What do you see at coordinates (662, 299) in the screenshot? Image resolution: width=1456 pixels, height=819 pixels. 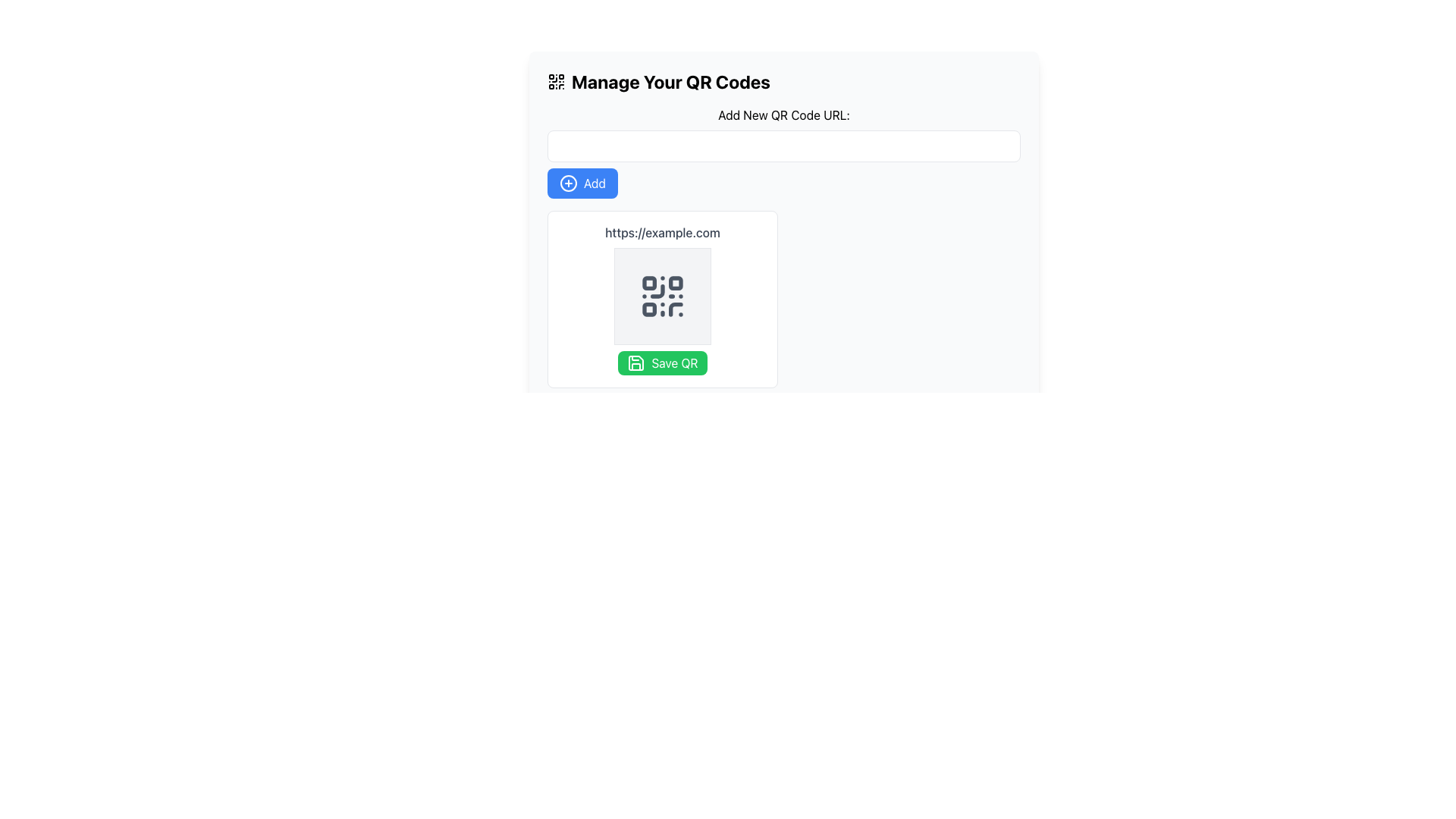 I see `the Display panel representing the QR code for the URL 'https://example.com', located centrally below the 'Manage Your QR Codes' header` at bounding box center [662, 299].